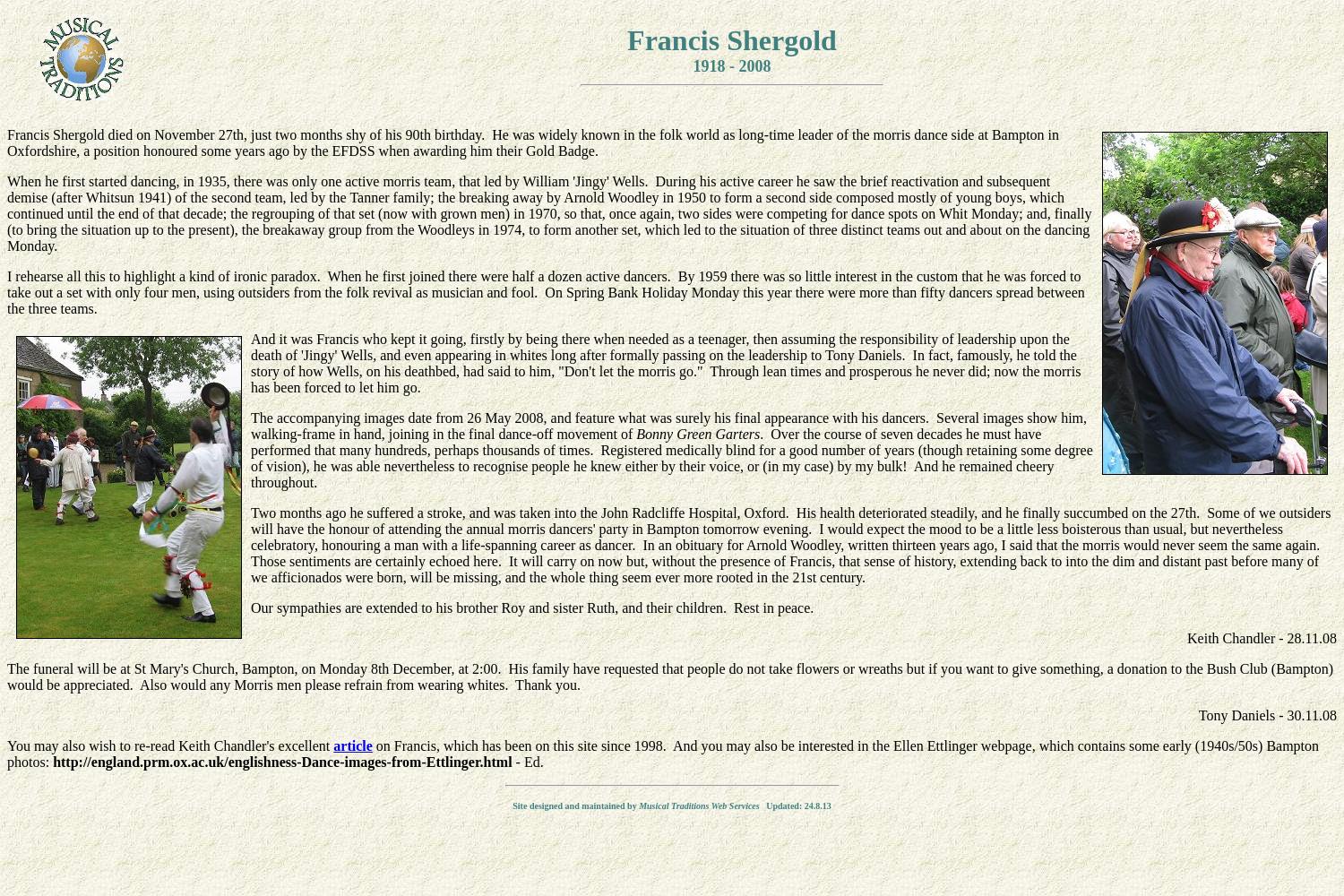 This screenshot has width=1344, height=896. I want to click on 'on Francis, which has been on this site since 1998.  And you may also be interested in the Ellen Ettlinger webpage, which contains some early (1940s/50s) Bampton photos:', so click(661, 753).